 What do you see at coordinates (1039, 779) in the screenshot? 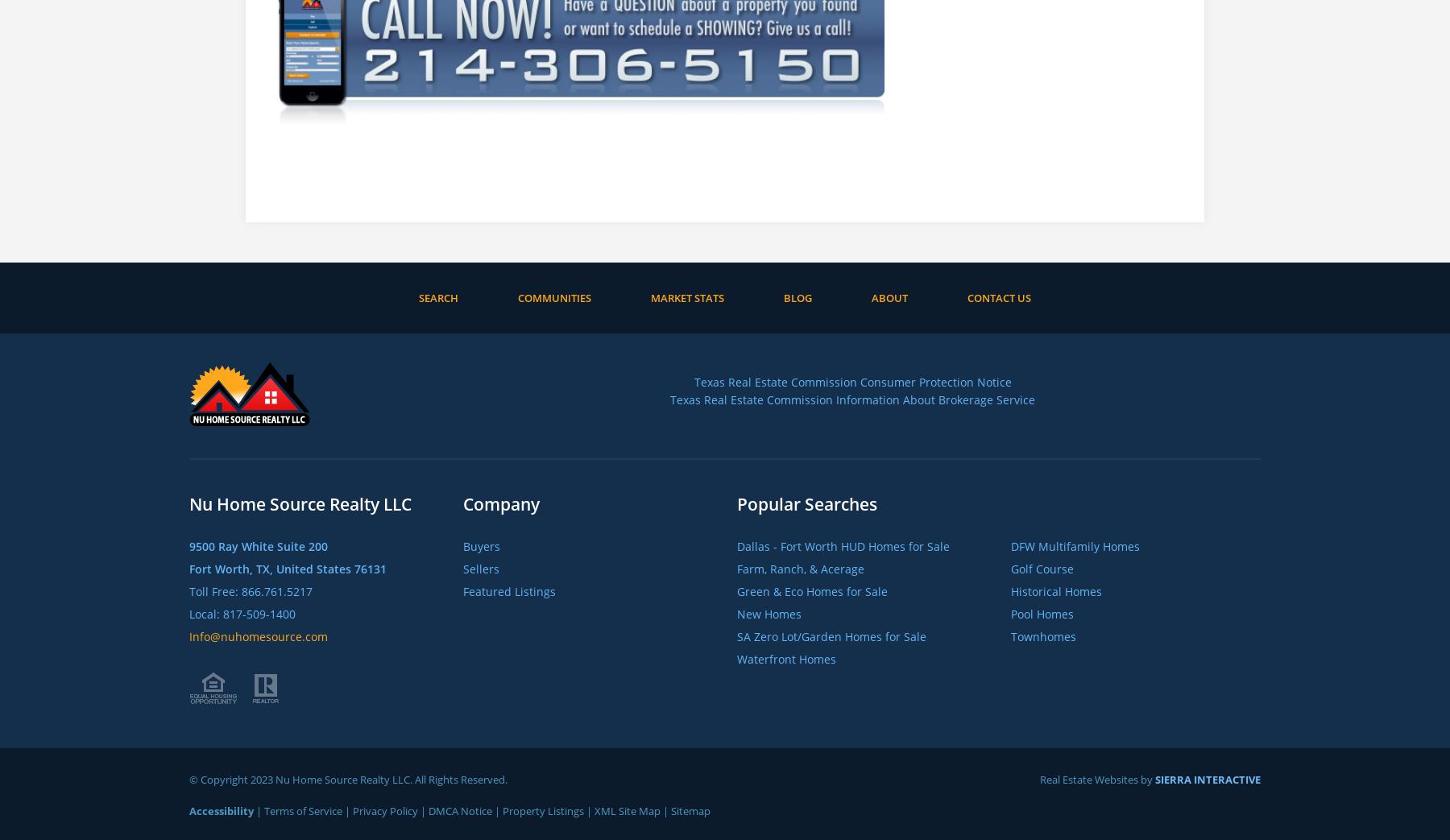
I see `'Real Estate Websites by'` at bounding box center [1039, 779].